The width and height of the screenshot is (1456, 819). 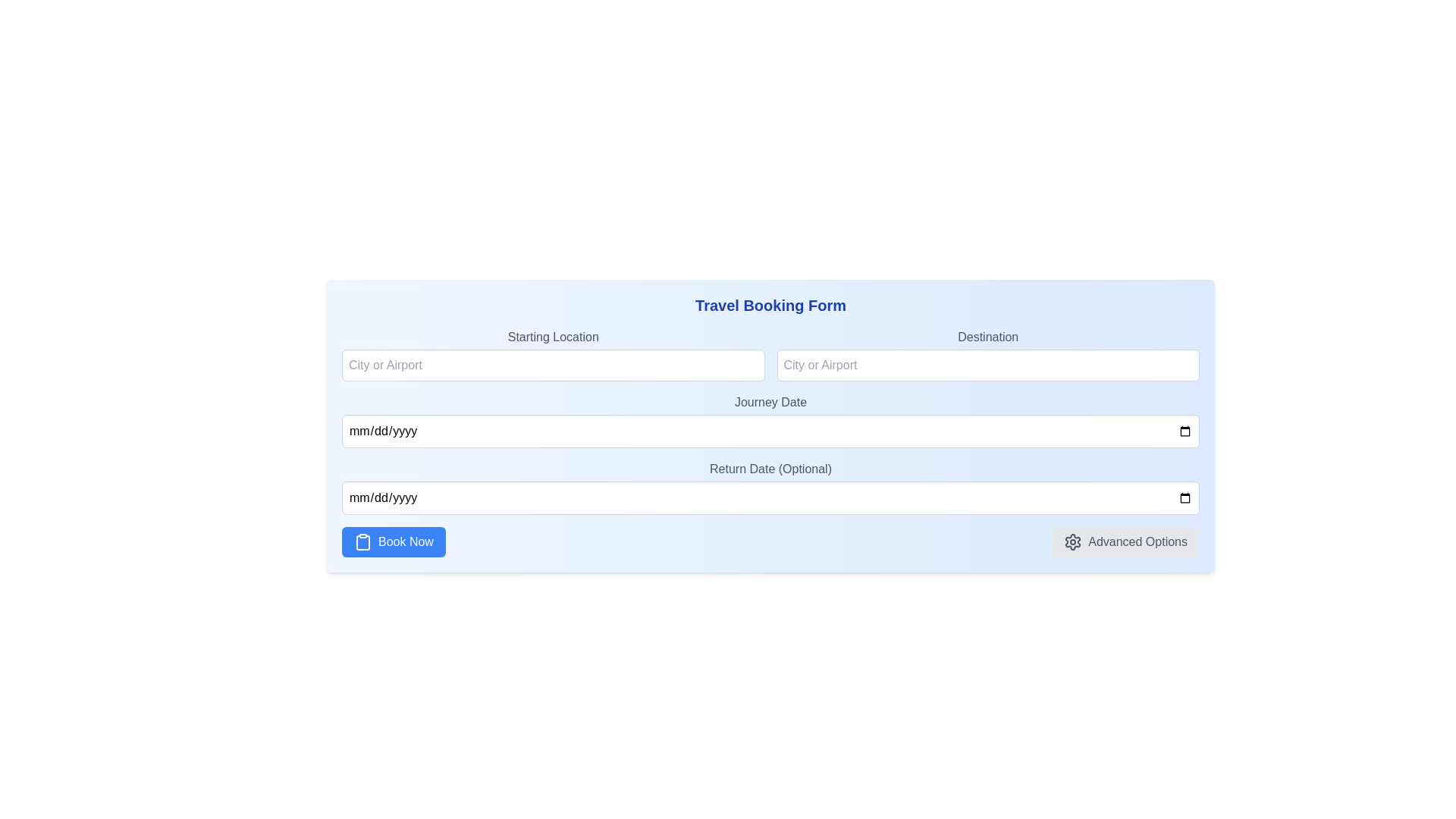 What do you see at coordinates (1072, 541) in the screenshot?
I see `the icon located on the left side of the 'Advanced Options' button in the bottom-right corner of the form` at bounding box center [1072, 541].